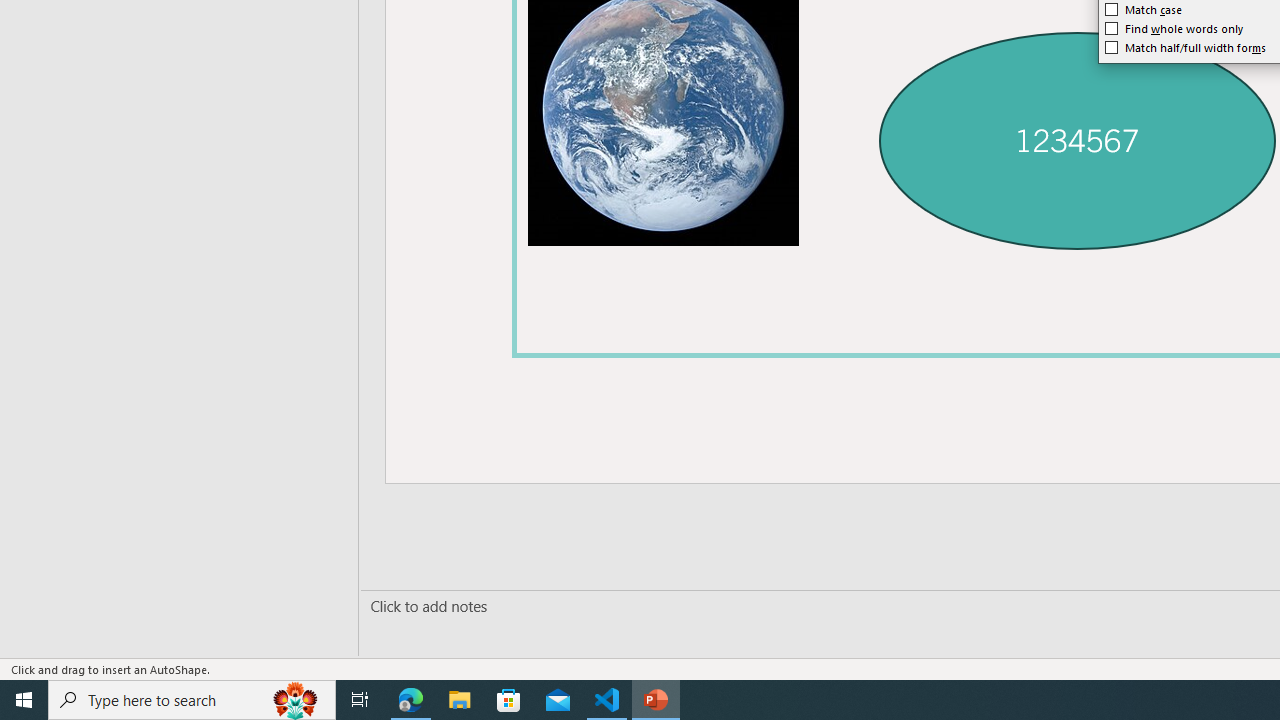 This screenshot has width=1280, height=720. What do you see at coordinates (24, 698) in the screenshot?
I see `'Start'` at bounding box center [24, 698].